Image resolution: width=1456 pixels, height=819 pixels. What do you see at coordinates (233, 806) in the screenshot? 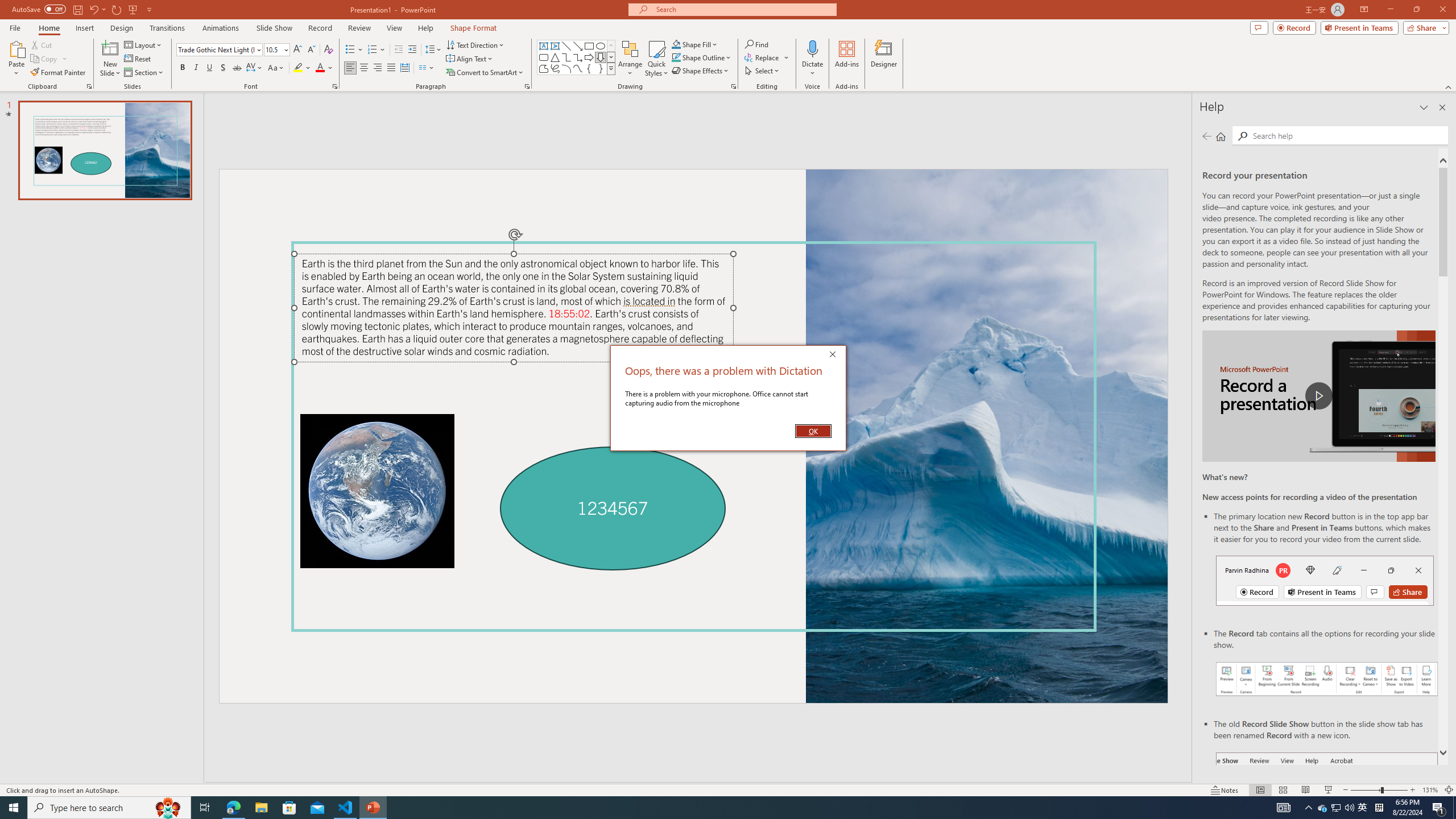
I see `'Microsoft Edge - 1 running window'` at bounding box center [233, 806].